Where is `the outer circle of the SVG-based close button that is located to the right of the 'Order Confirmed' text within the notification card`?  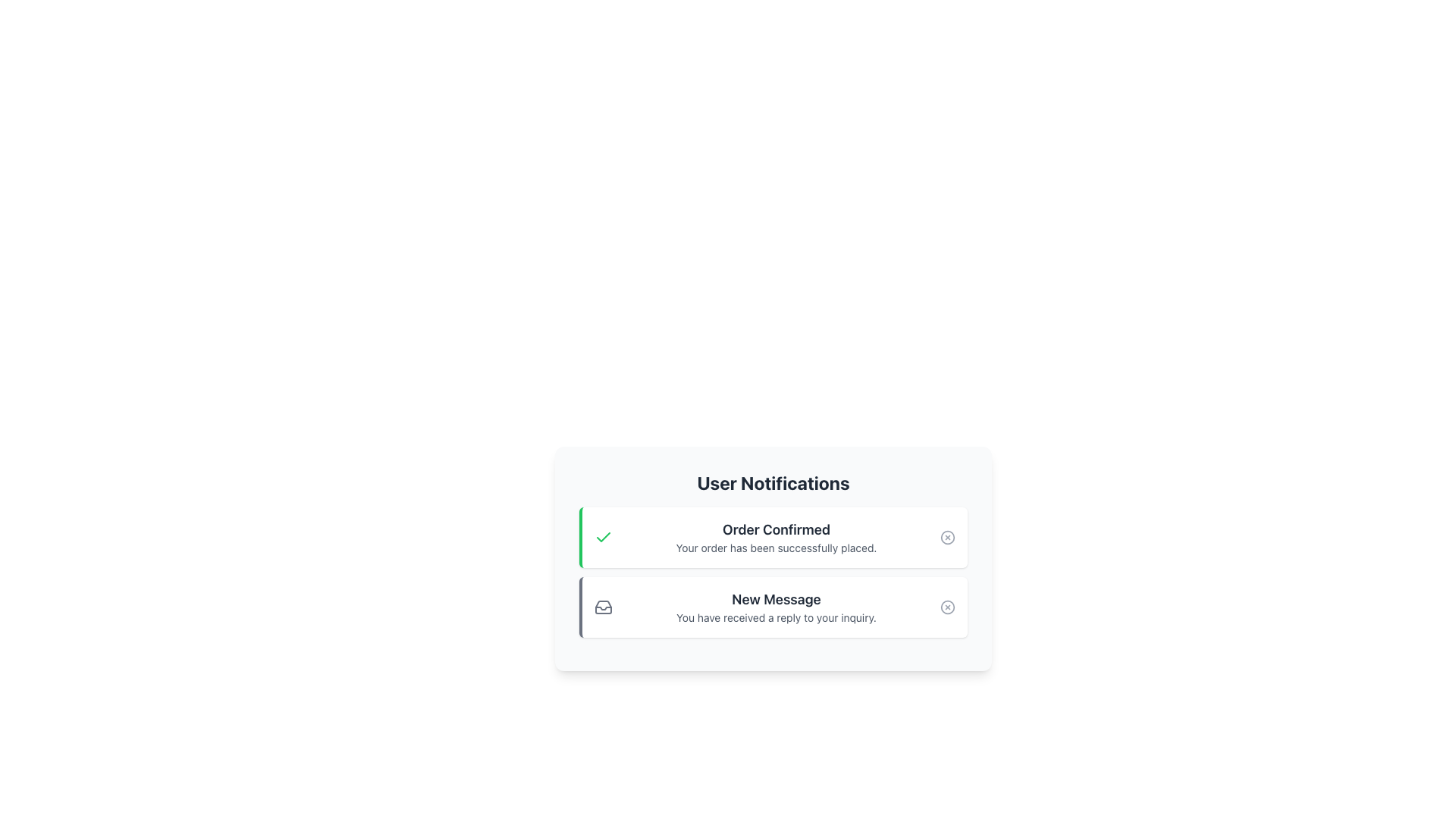
the outer circle of the SVG-based close button that is located to the right of the 'Order Confirmed' text within the notification card is located at coordinates (946, 537).